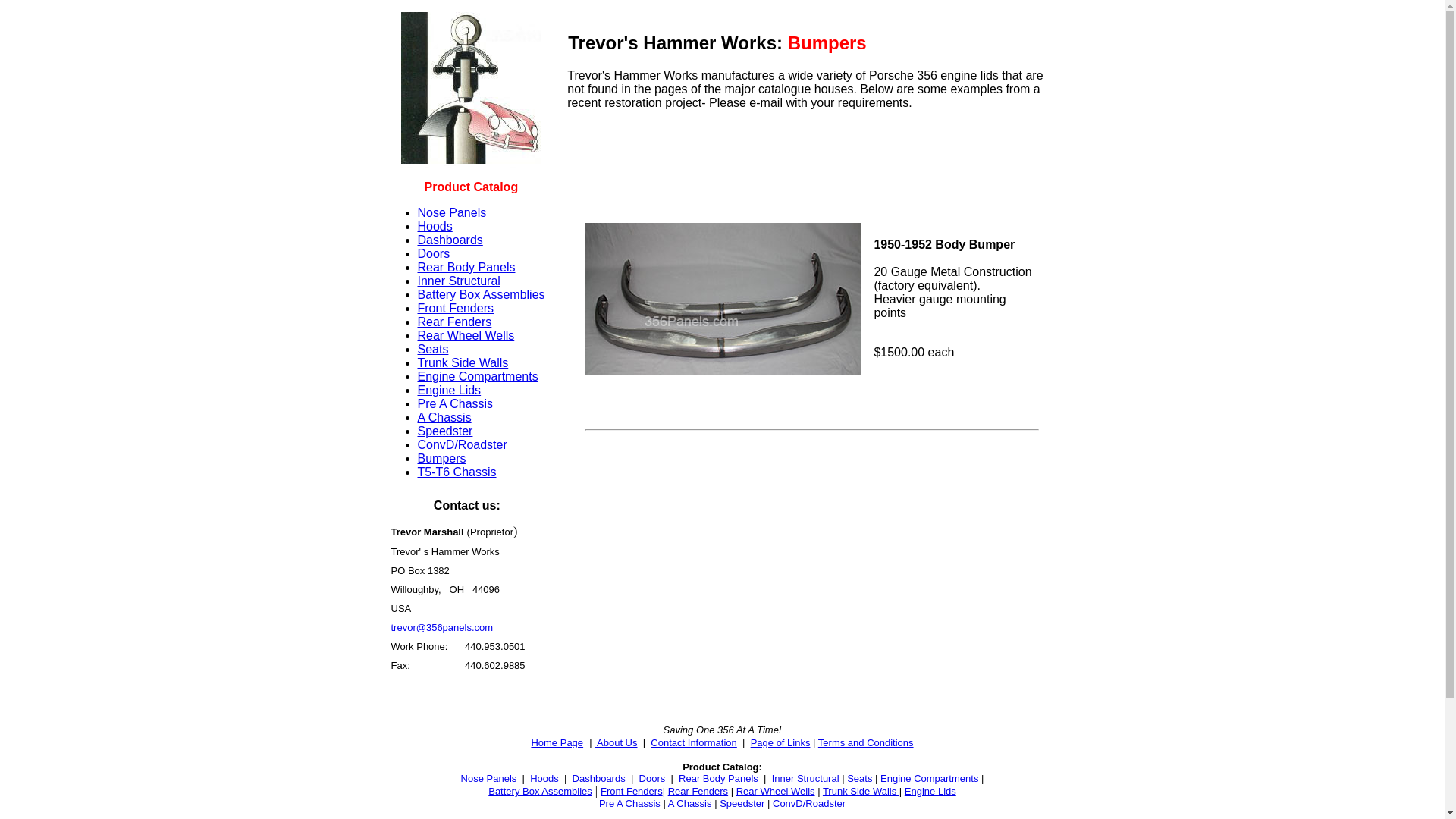 Image resolution: width=1456 pixels, height=819 pixels. I want to click on 'T5-T6 Chassis', so click(455, 471).